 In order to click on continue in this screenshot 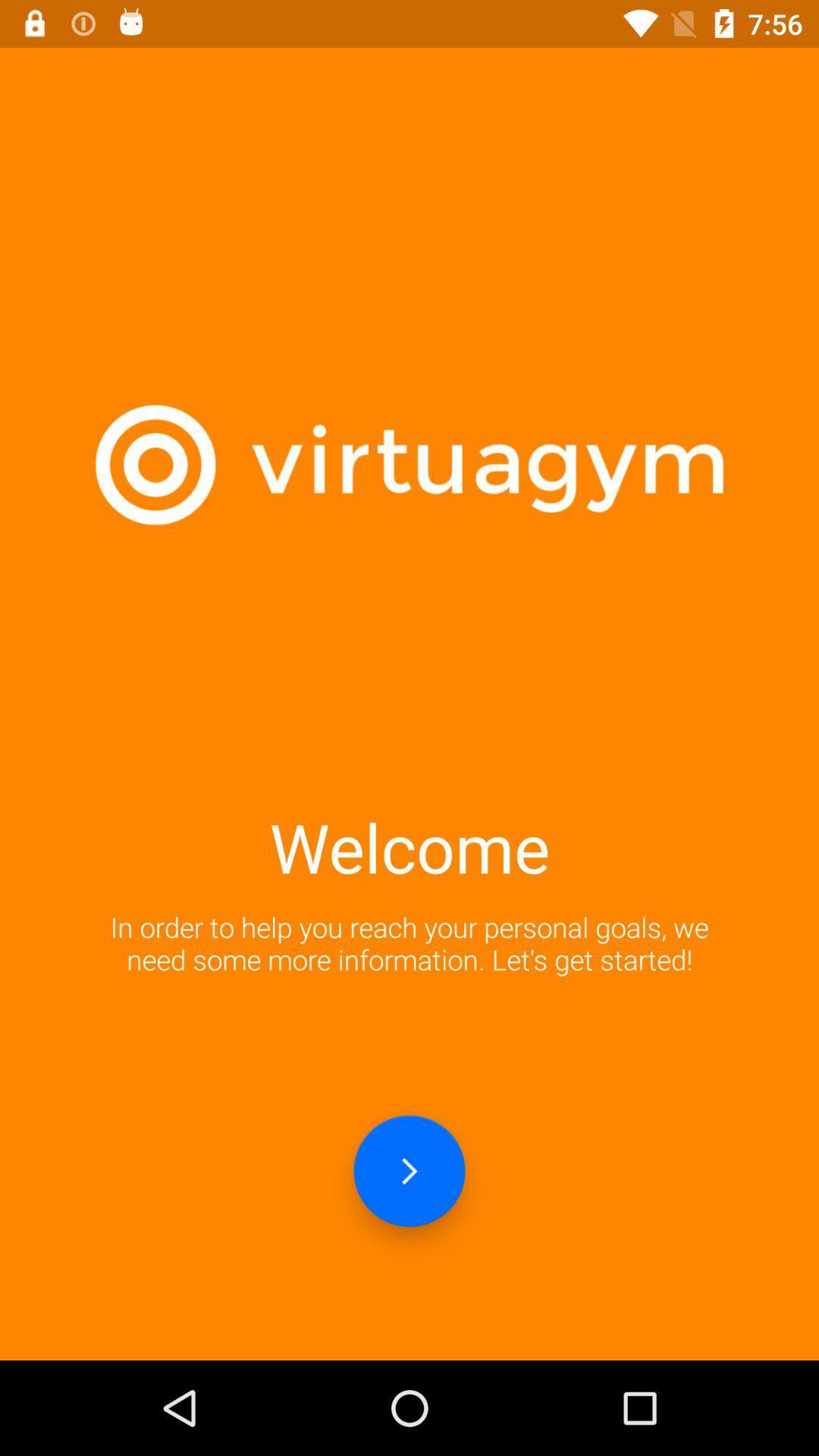, I will do `click(409, 1170)`.